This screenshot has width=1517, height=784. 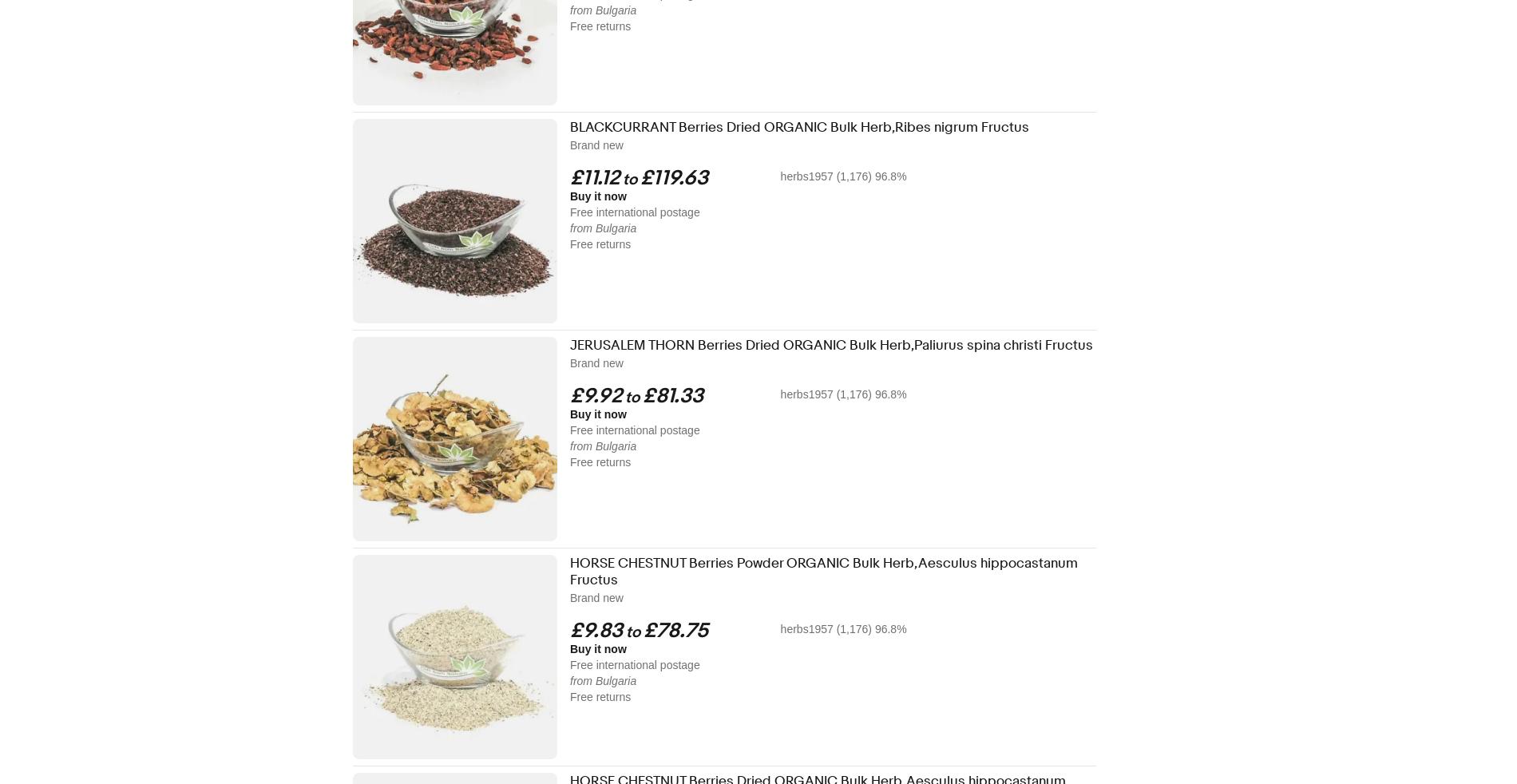 I want to click on '£11.12', so click(x=593, y=177).